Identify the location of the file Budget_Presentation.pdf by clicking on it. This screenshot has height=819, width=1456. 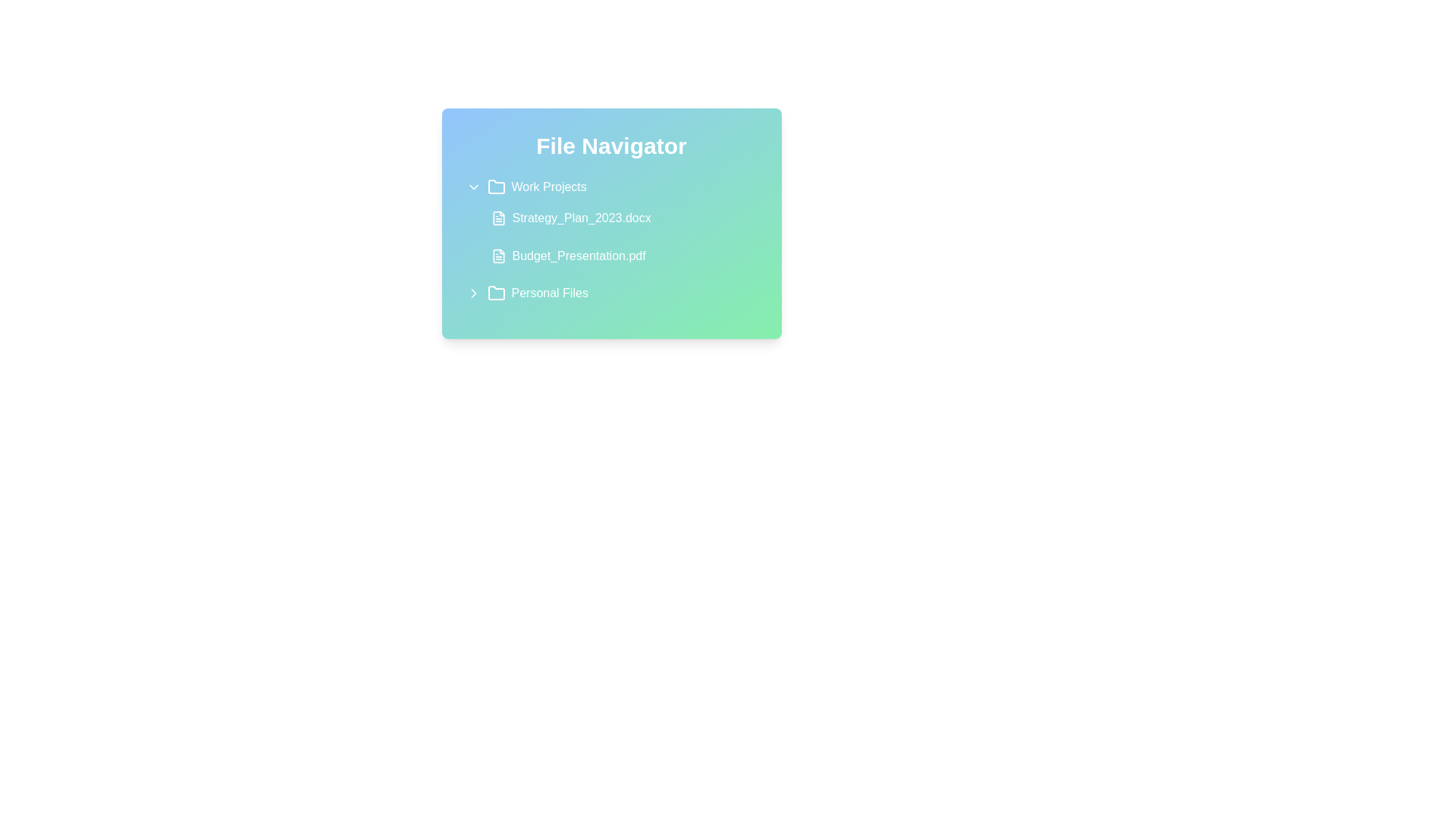
(620, 256).